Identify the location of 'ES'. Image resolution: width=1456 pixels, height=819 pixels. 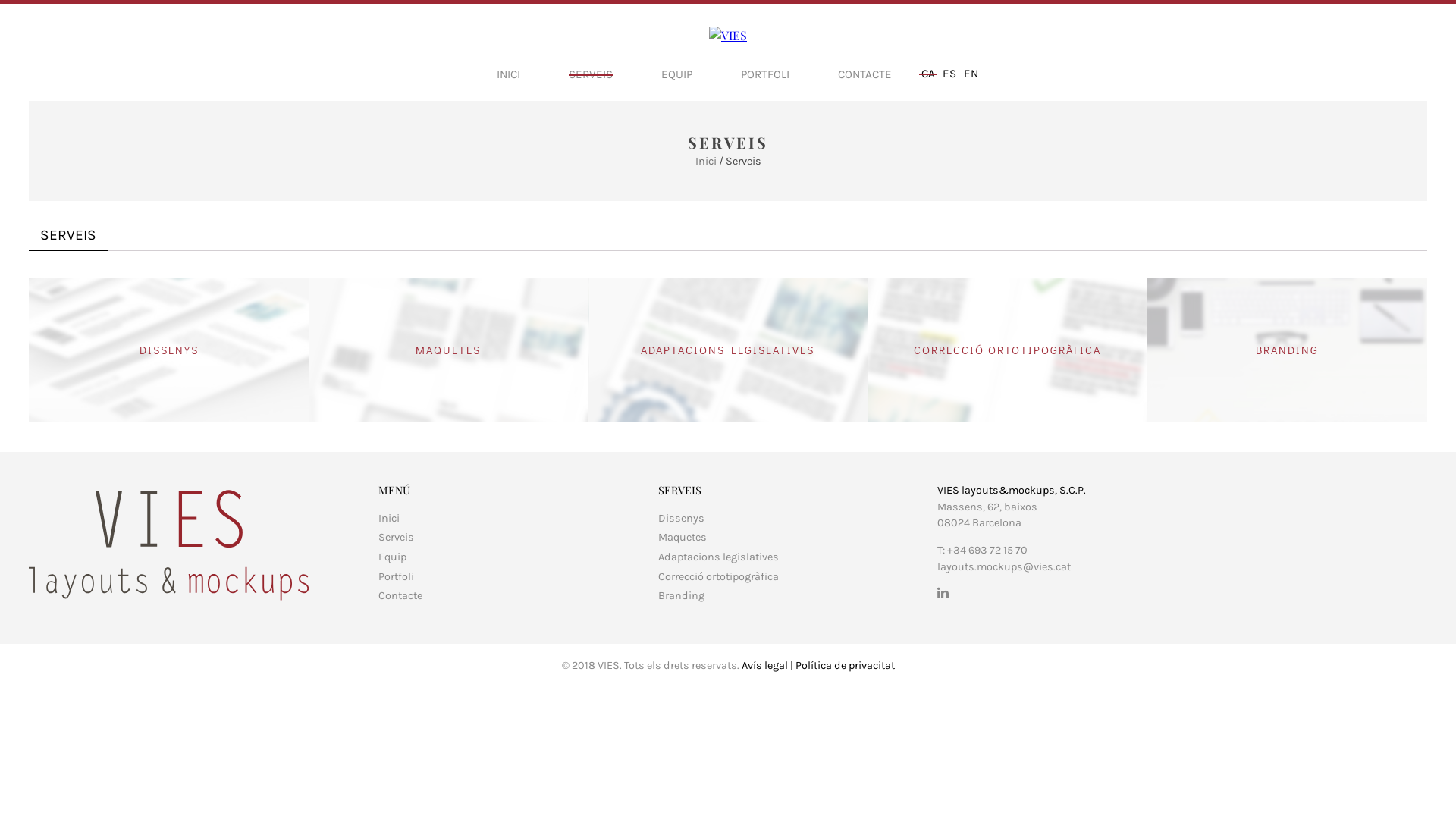
(949, 73).